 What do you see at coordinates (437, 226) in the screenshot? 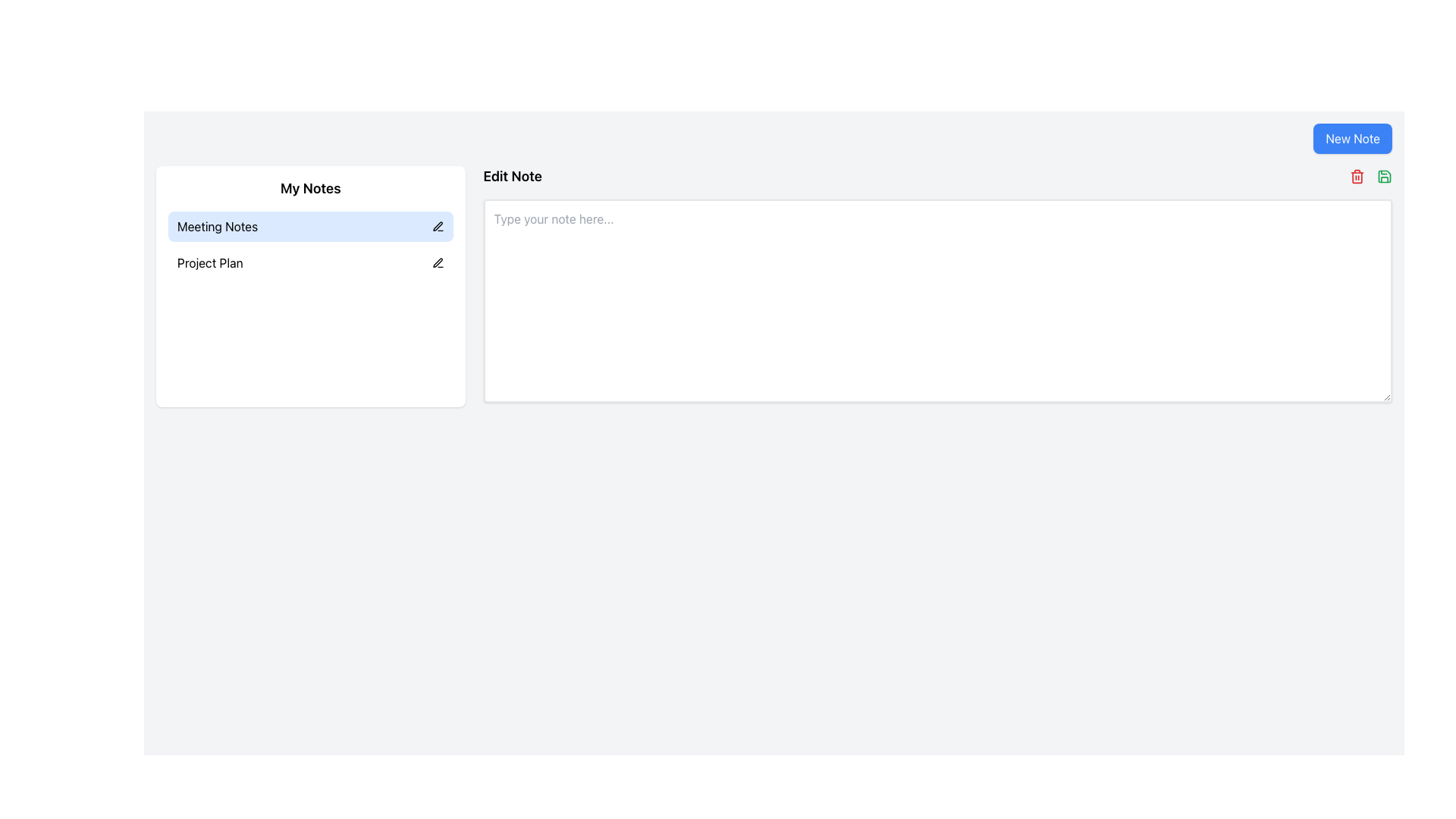
I see `the pen-like icon located to the right of the 'Meeting Notes' text in the 'My Notes' section of the left panel` at bounding box center [437, 226].